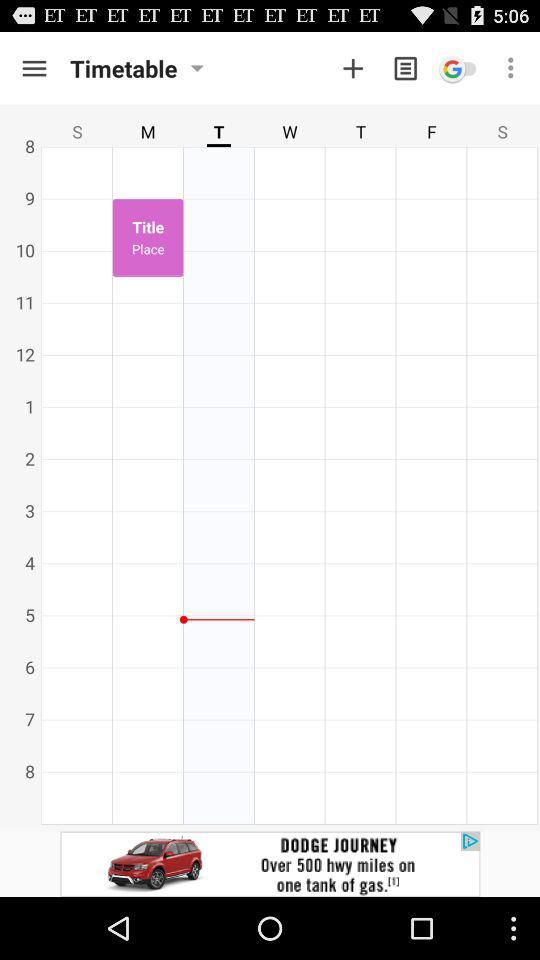 The width and height of the screenshot is (540, 960). What do you see at coordinates (405, 73) in the screenshot?
I see `the description icon` at bounding box center [405, 73].